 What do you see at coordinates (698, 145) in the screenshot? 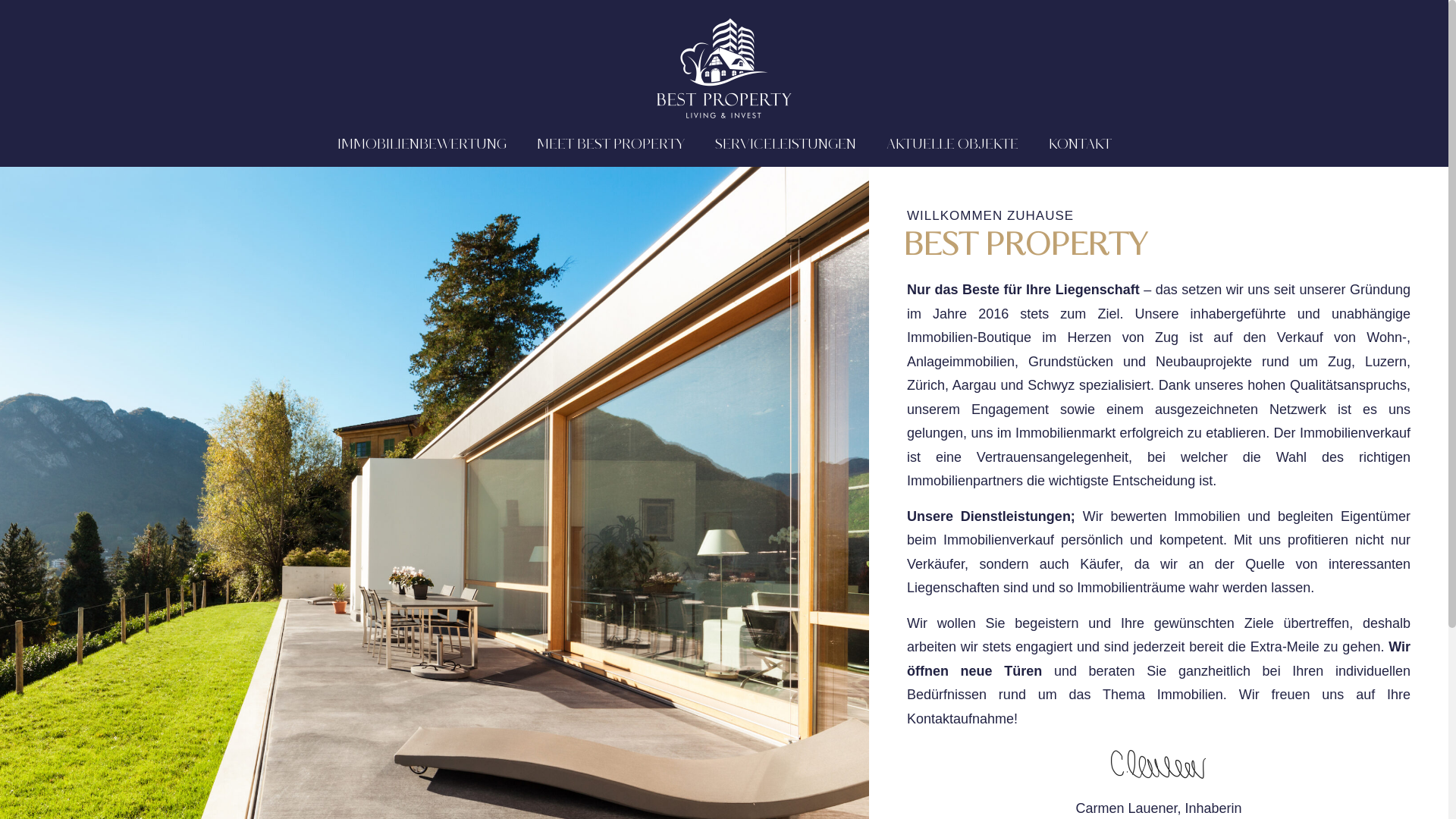
I see `'SERVICELEISTUNGEN'` at bounding box center [698, 145].